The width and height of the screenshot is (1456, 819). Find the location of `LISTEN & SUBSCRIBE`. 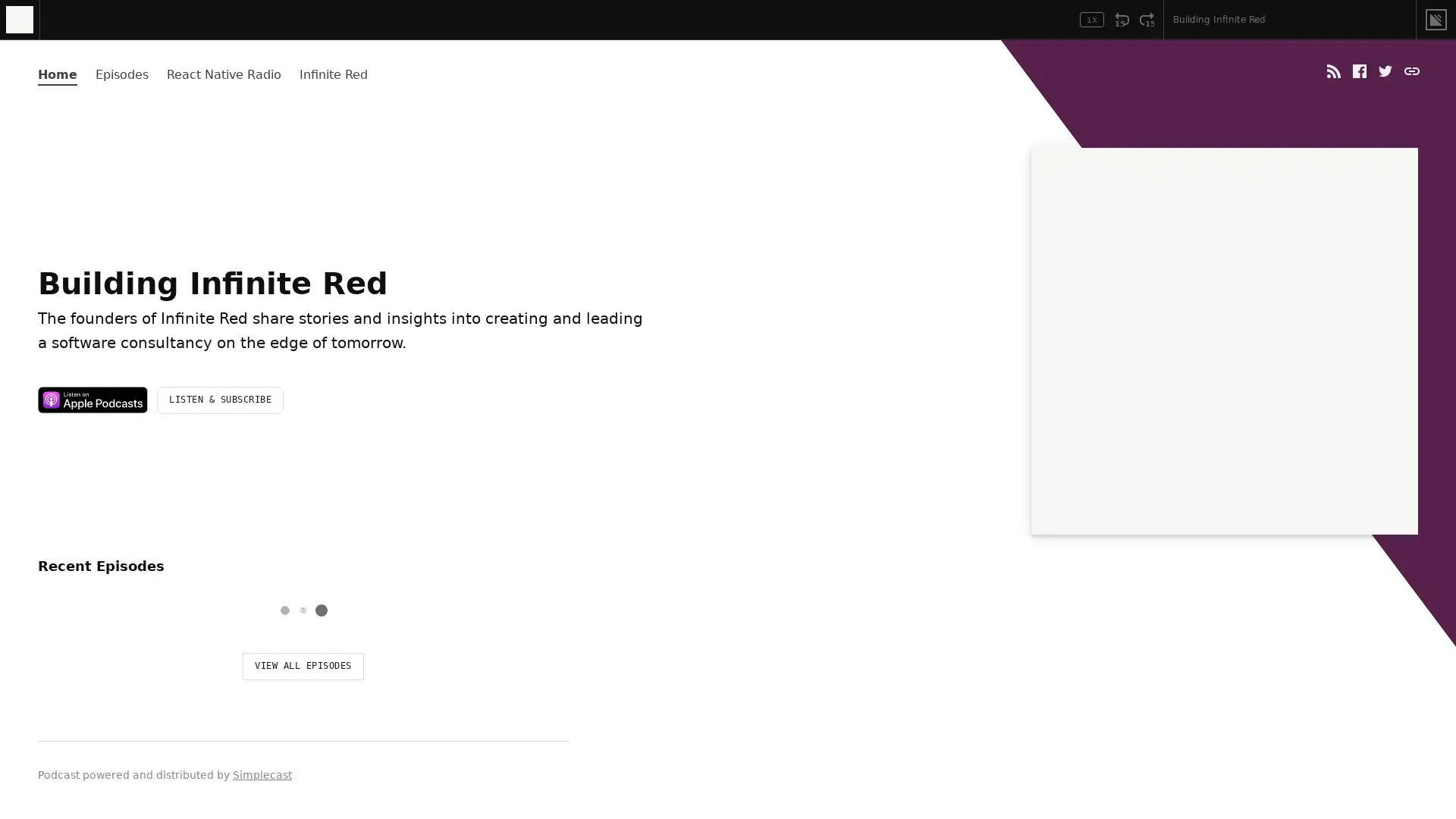

LISTEN & SUBSCRIBE is located at coordinates (219, 400).